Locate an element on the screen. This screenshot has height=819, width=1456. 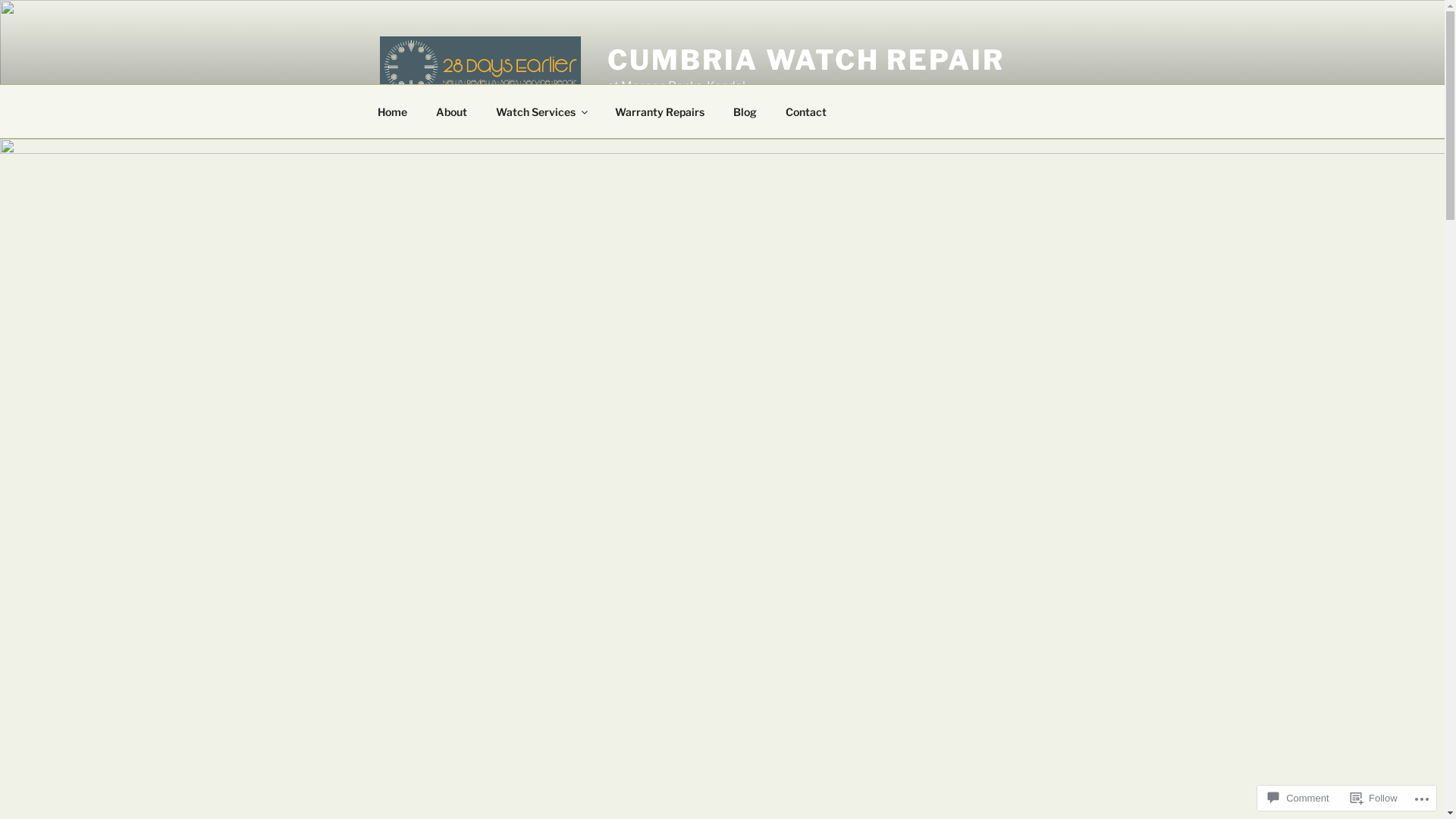
'Comment' is located at coordinates (1298, 797).